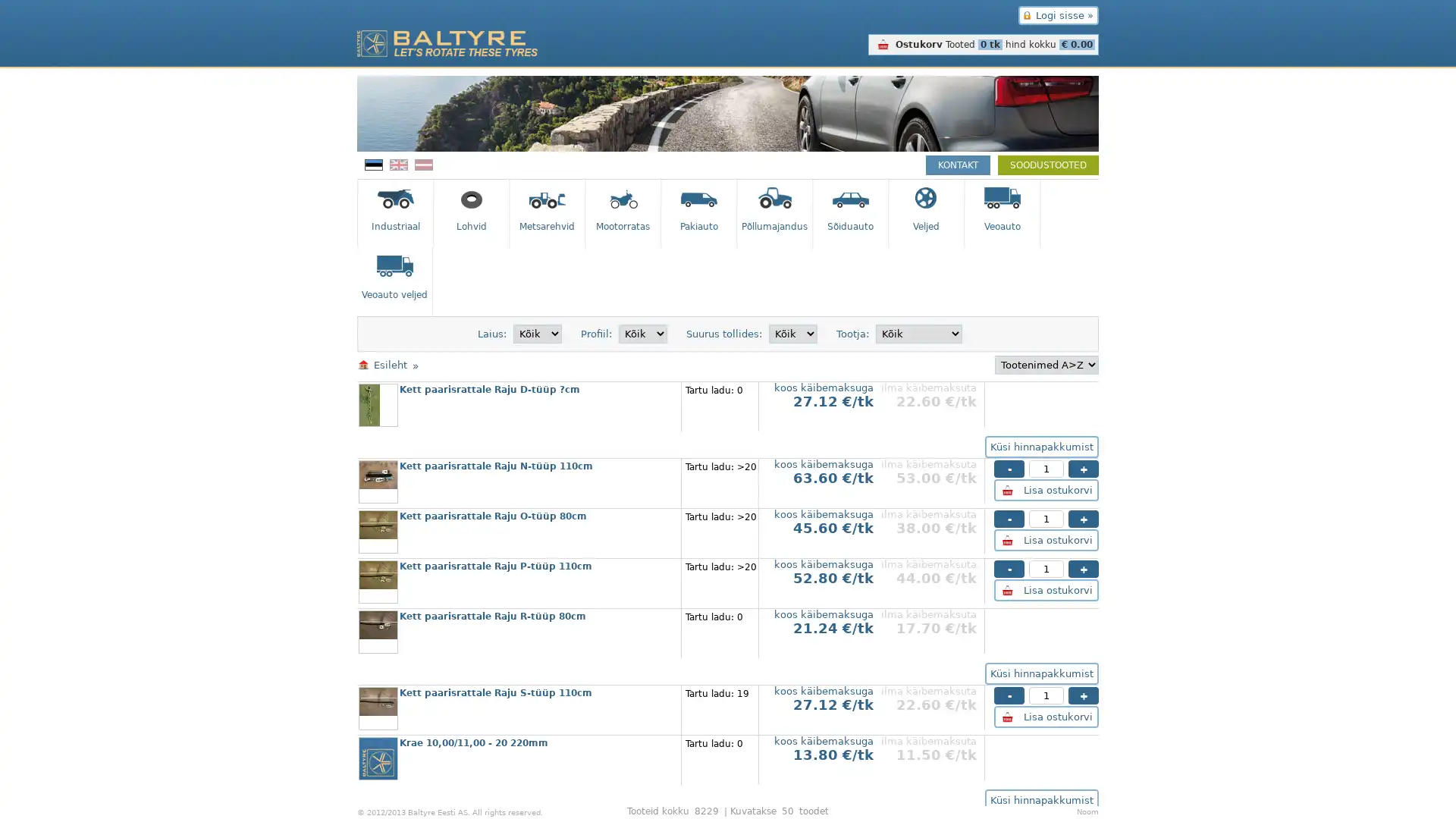 The height and width of the screenshot is (819, 1456). I want to click on -, so click(1009, 518).